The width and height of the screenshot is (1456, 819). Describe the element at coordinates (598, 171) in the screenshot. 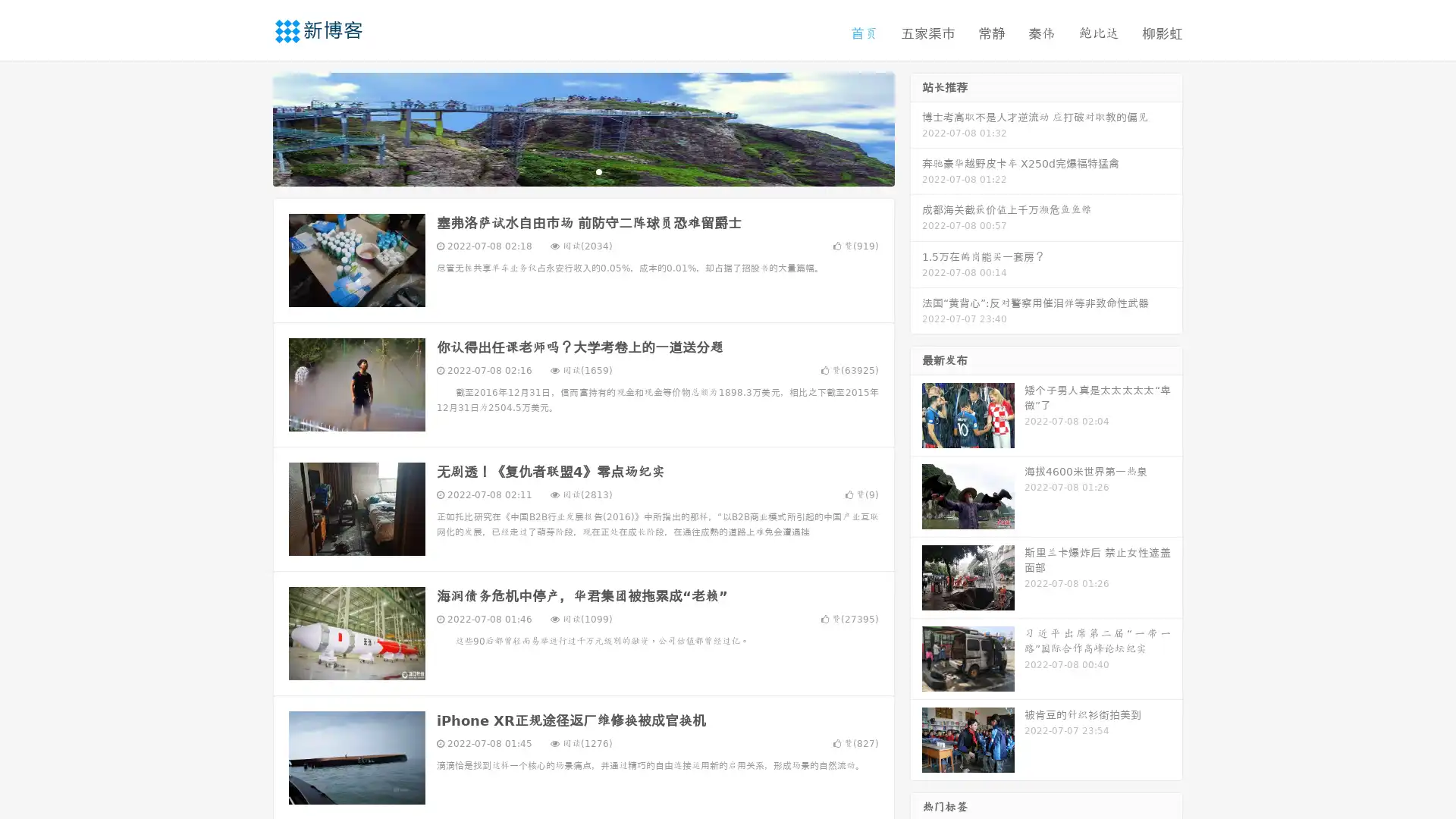

I see `Go to slide 3` at that location.